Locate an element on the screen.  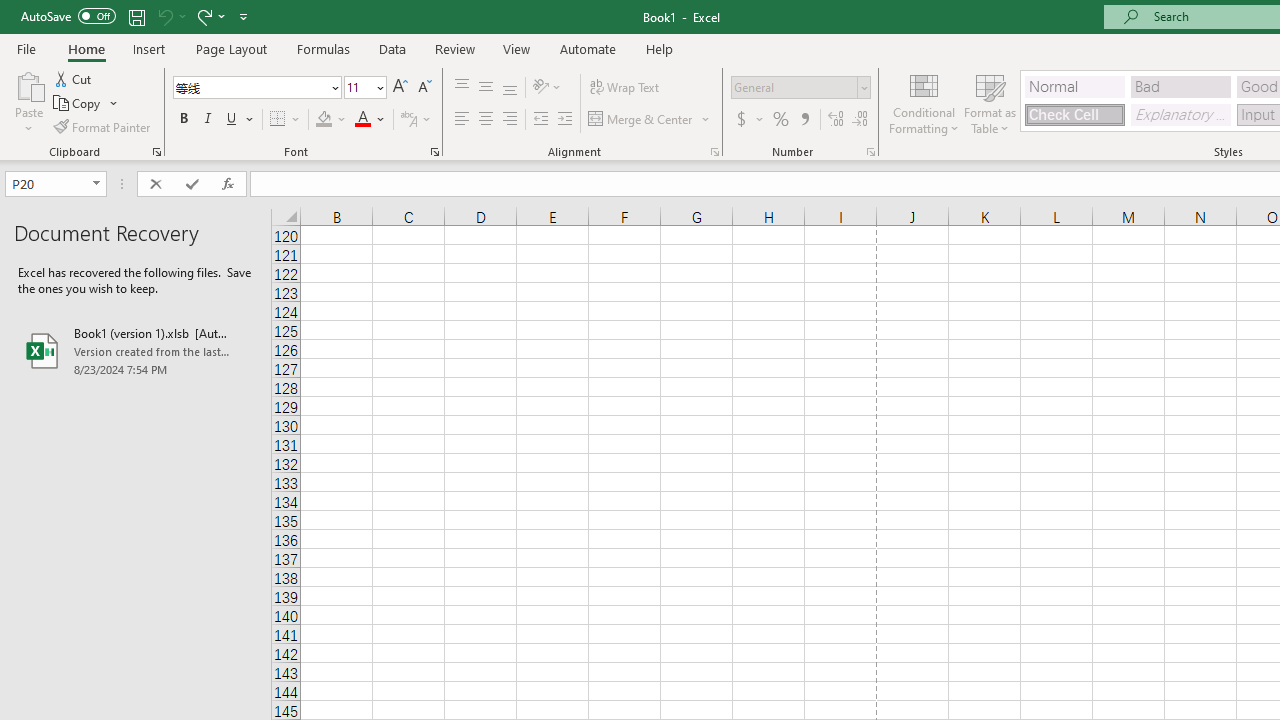
'Bottom Border' is located at coordinates (277, 119).